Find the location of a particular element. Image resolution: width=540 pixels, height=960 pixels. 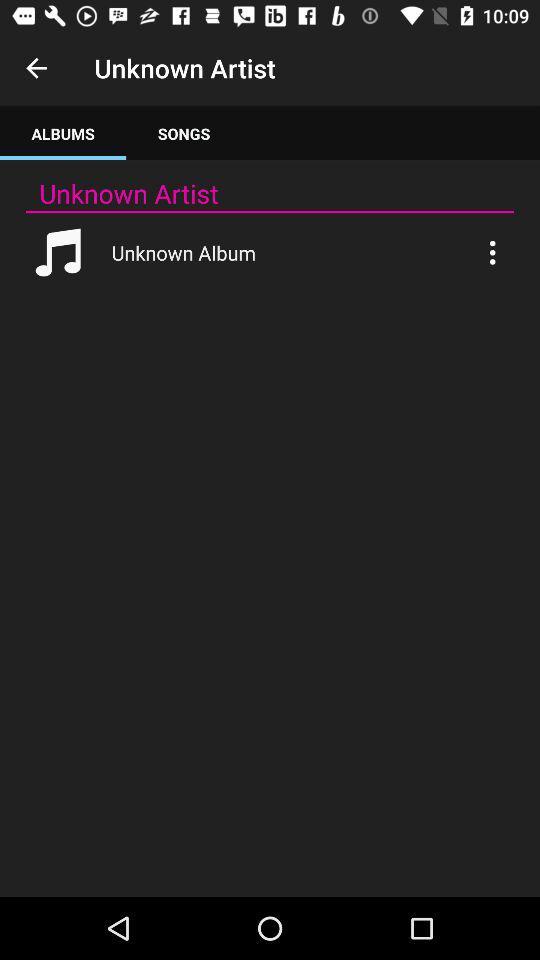

the songs item is located at coordinates (184, 132).